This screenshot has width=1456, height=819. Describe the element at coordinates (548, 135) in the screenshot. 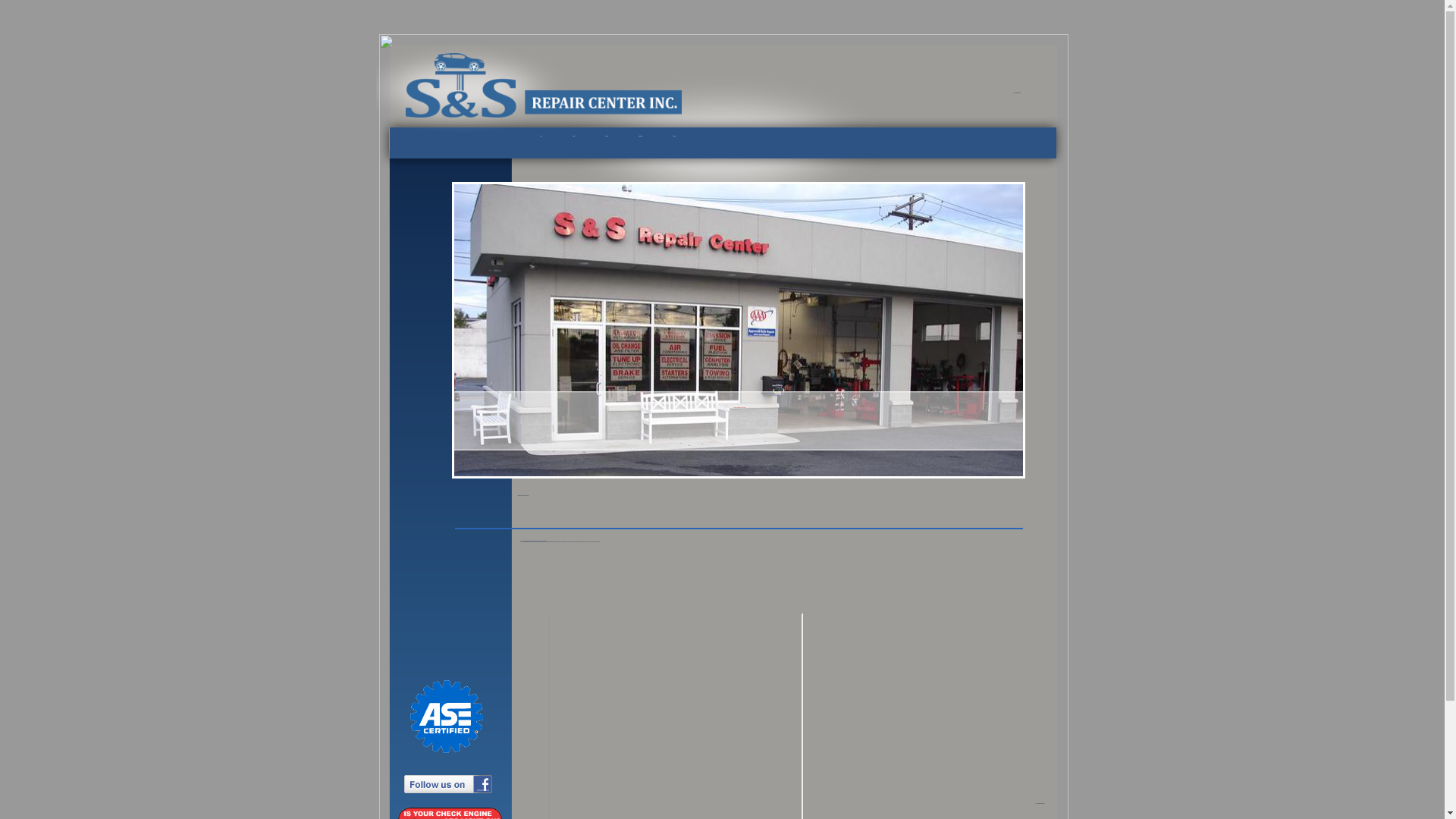

I see `'Home'` at that location.